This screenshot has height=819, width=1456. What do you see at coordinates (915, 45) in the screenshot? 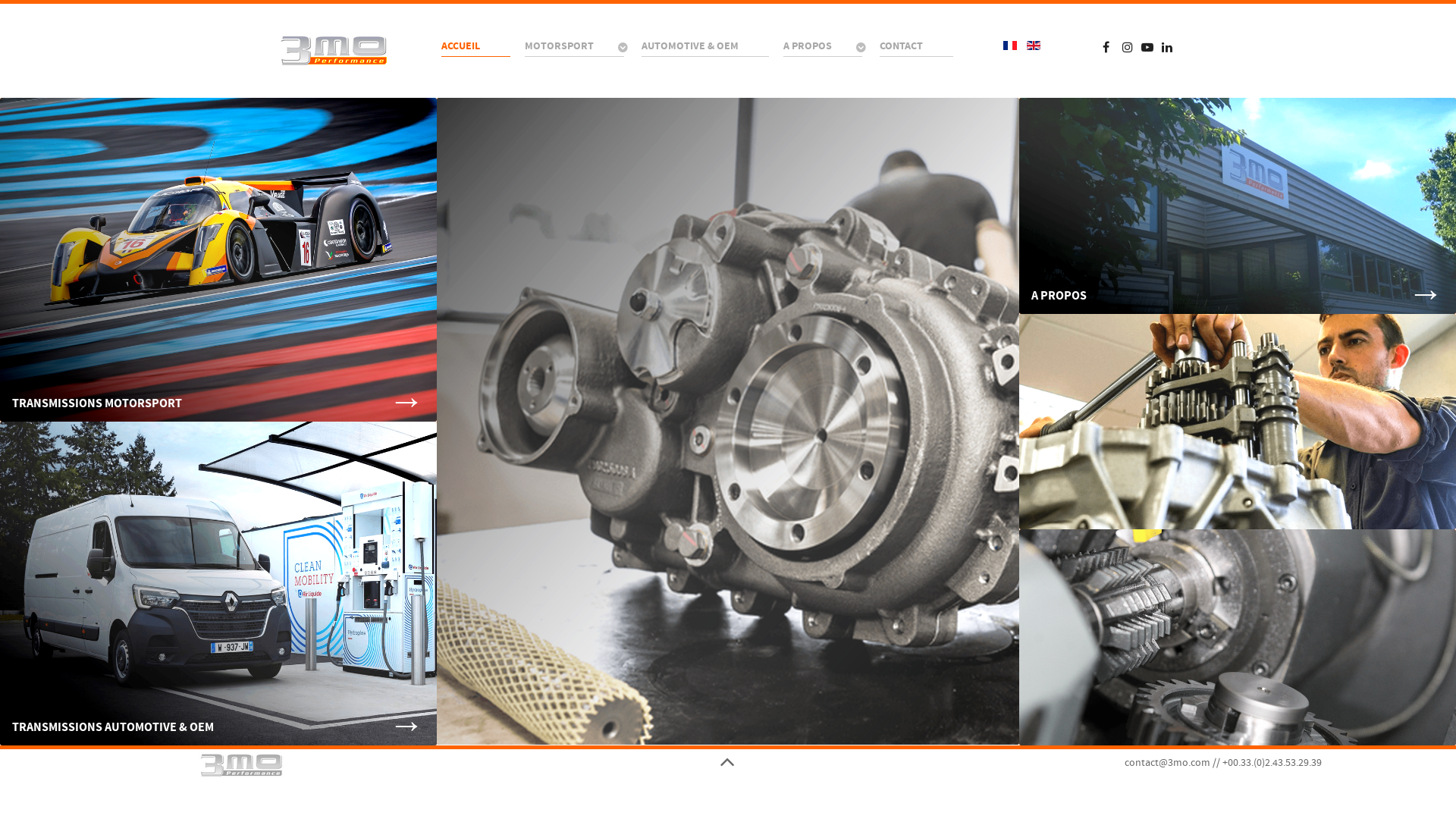
I see `'CONTACT'` at bounding box center [915, 45].